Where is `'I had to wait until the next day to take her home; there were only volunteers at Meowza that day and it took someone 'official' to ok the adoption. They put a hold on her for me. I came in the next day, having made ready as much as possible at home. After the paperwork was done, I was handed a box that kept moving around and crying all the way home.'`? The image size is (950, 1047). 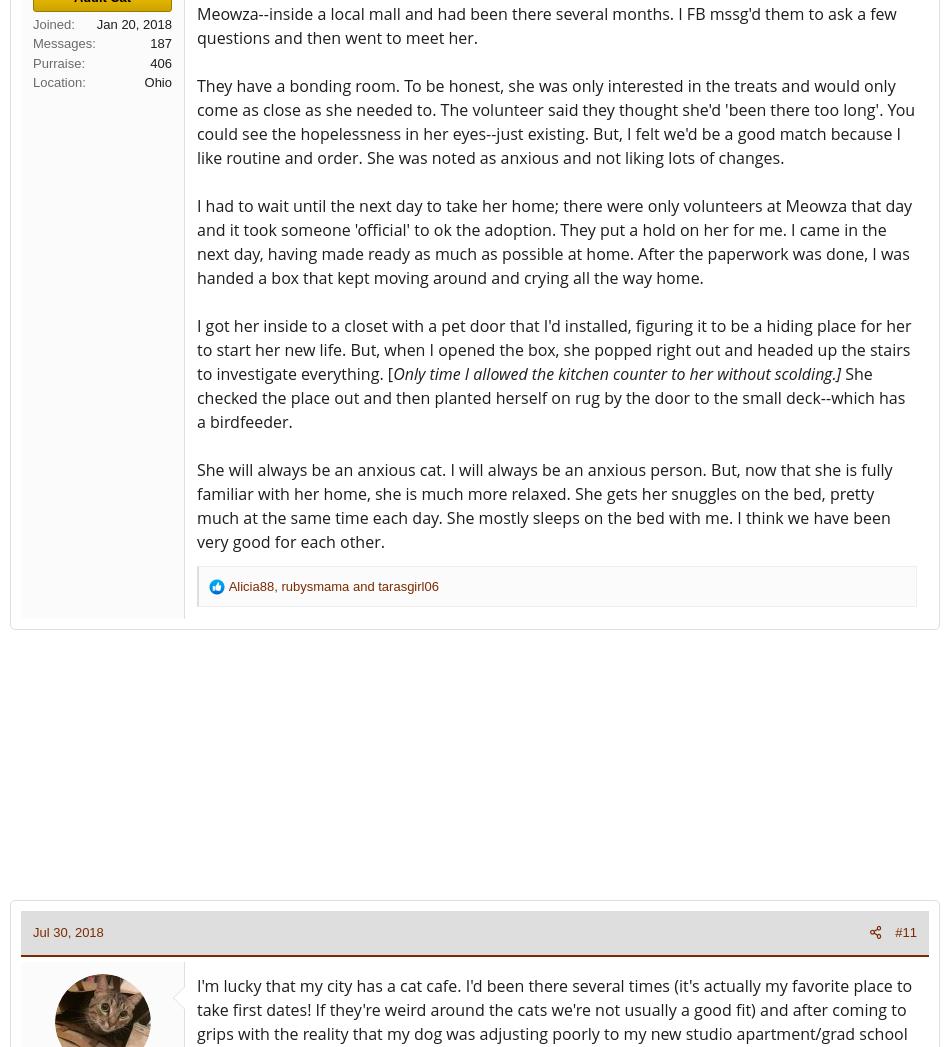 'I had to wait until the next day to take her home; there were only volunteers at Meowza that day and it took someone 'official' to ok the adoption. They put a hold on her for me. I came in the next day, having made ready as much as possible at home. After the paperwork was done, I was handed a box that kept moving around and crying all the way home.' is located at coordinates (554, 241).